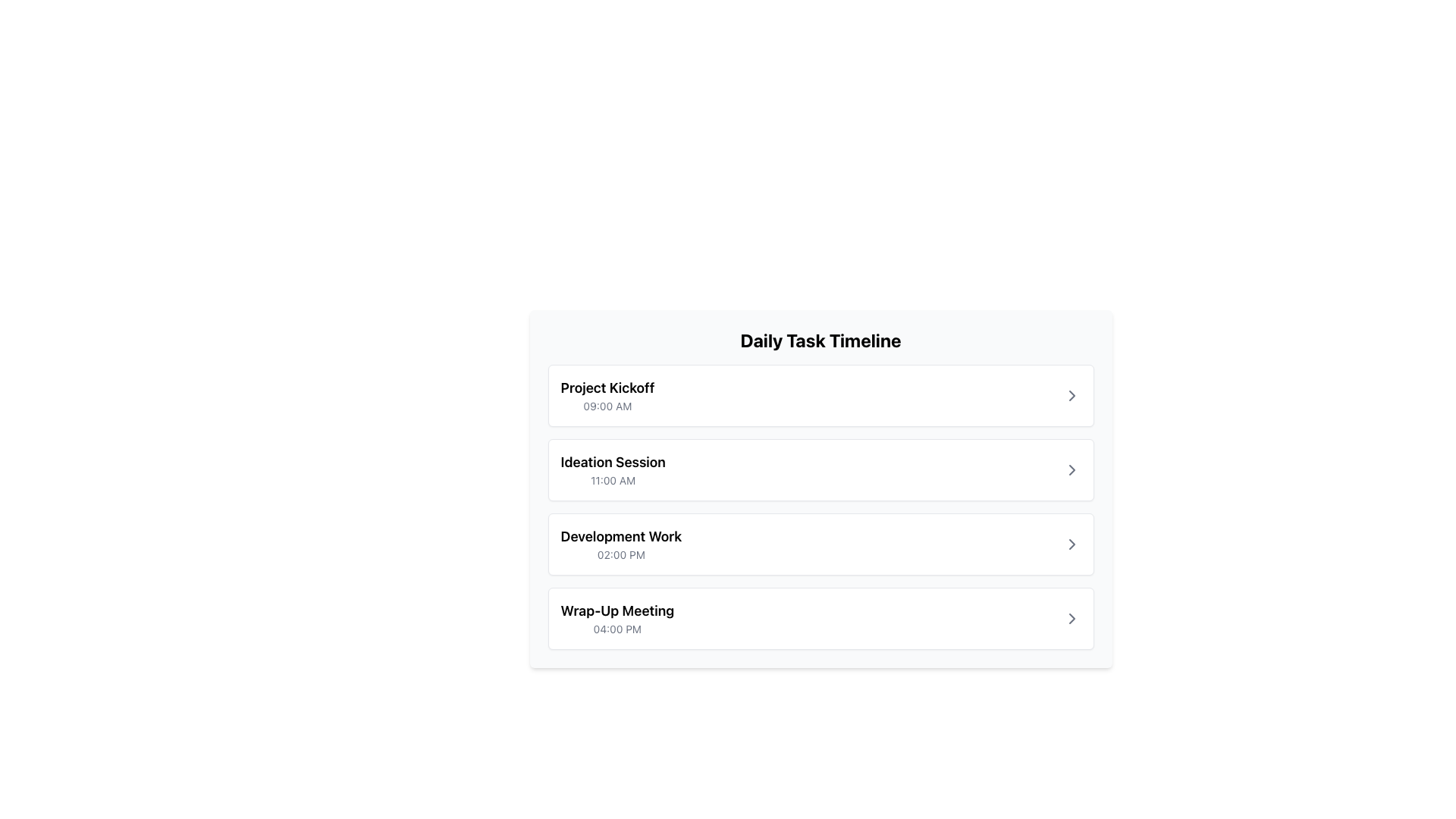 The width and height of the screenshot is (1456, 819). What do you see at coordinates (1071, 543) in the screenshot?
I see `the right-arrow icon button located at the rightmost position of the 'Development Work' task entry` at bounding box center [1071, 543].